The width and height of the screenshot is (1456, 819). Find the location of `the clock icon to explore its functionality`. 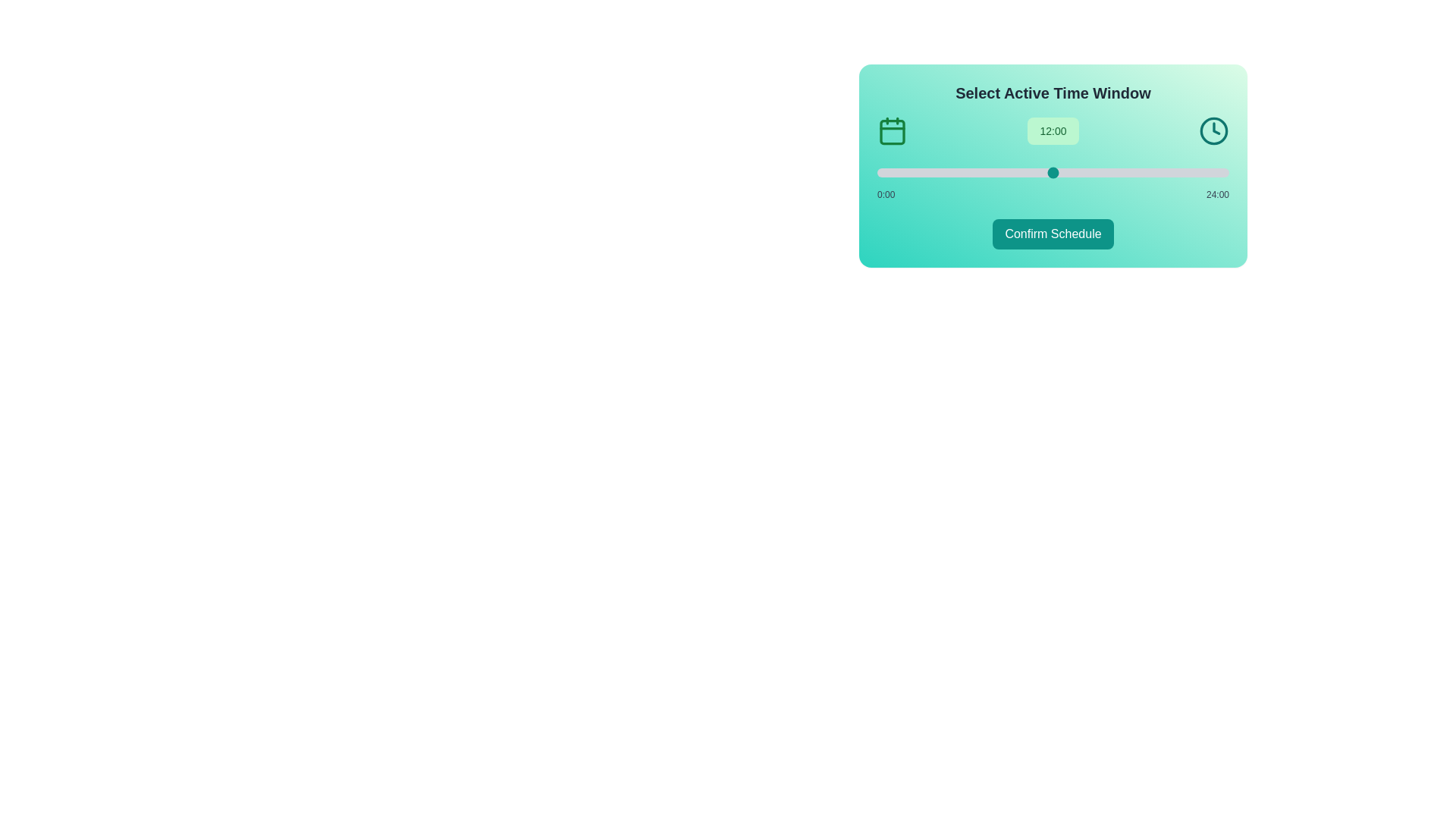

the clock icon to explore its functionality is located at coordinates (1212, 130).